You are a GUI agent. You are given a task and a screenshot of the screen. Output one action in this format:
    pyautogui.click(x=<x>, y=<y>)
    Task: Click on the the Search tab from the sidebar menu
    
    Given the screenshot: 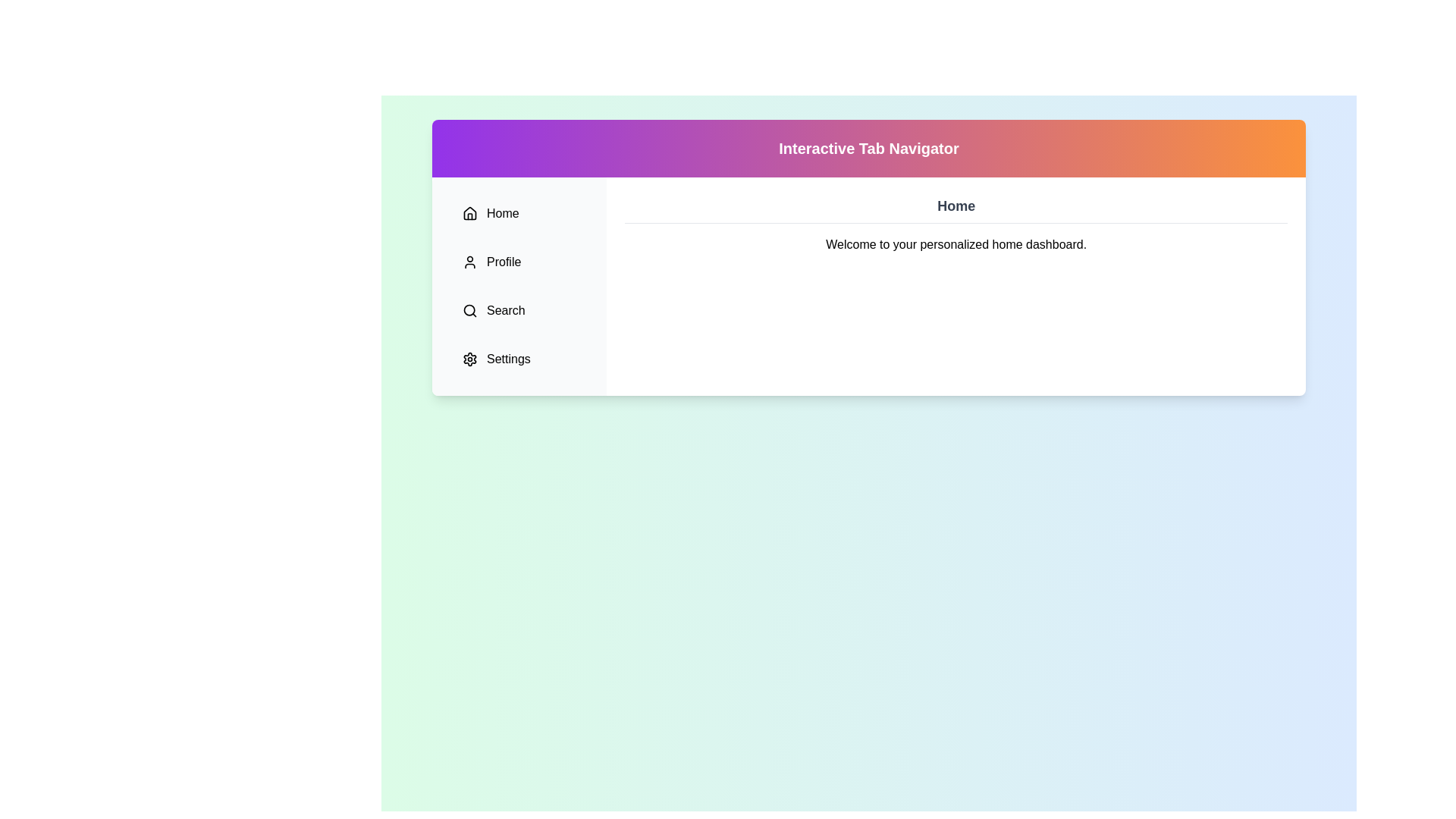 What is the action you would take?
    pyautogui.click(x=519, y=309)
    